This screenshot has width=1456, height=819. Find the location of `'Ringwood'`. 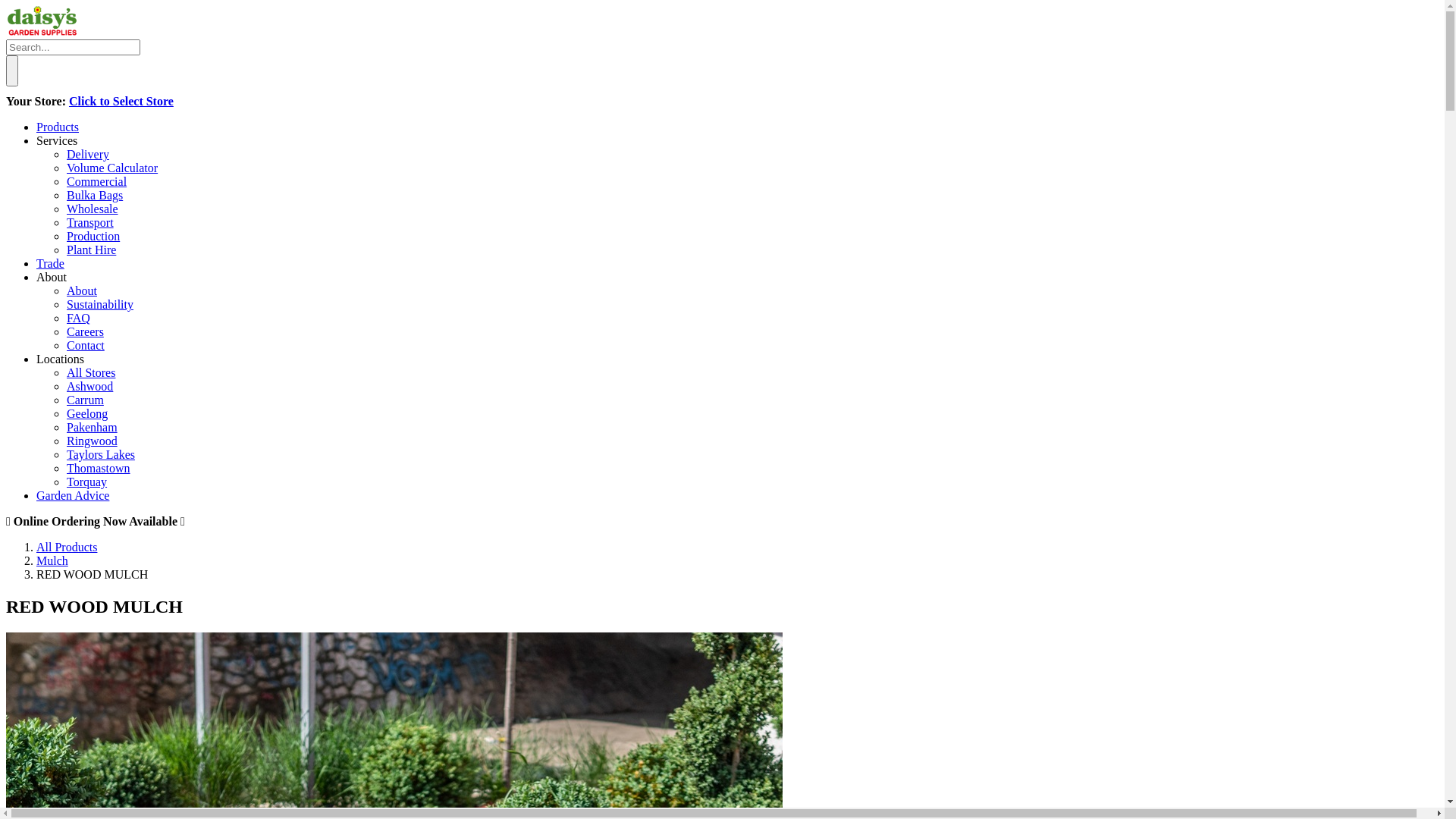

'Ringwood' is located at coordinates (65, 441).